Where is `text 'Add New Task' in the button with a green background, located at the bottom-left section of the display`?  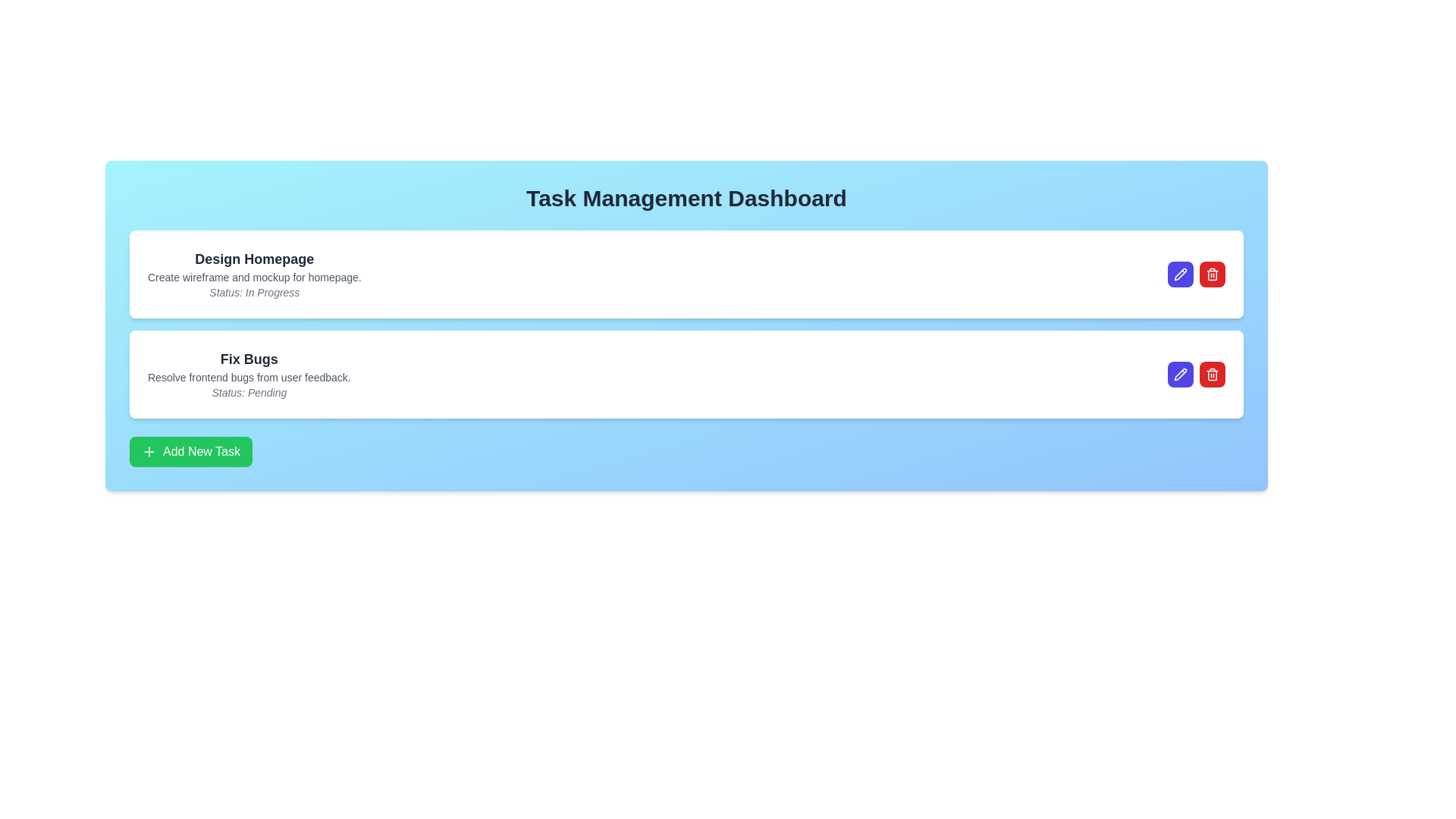 text 'Add New Task' in the button with a green background, located at the bottom-left section of the display is located at coordinates (200, 451).